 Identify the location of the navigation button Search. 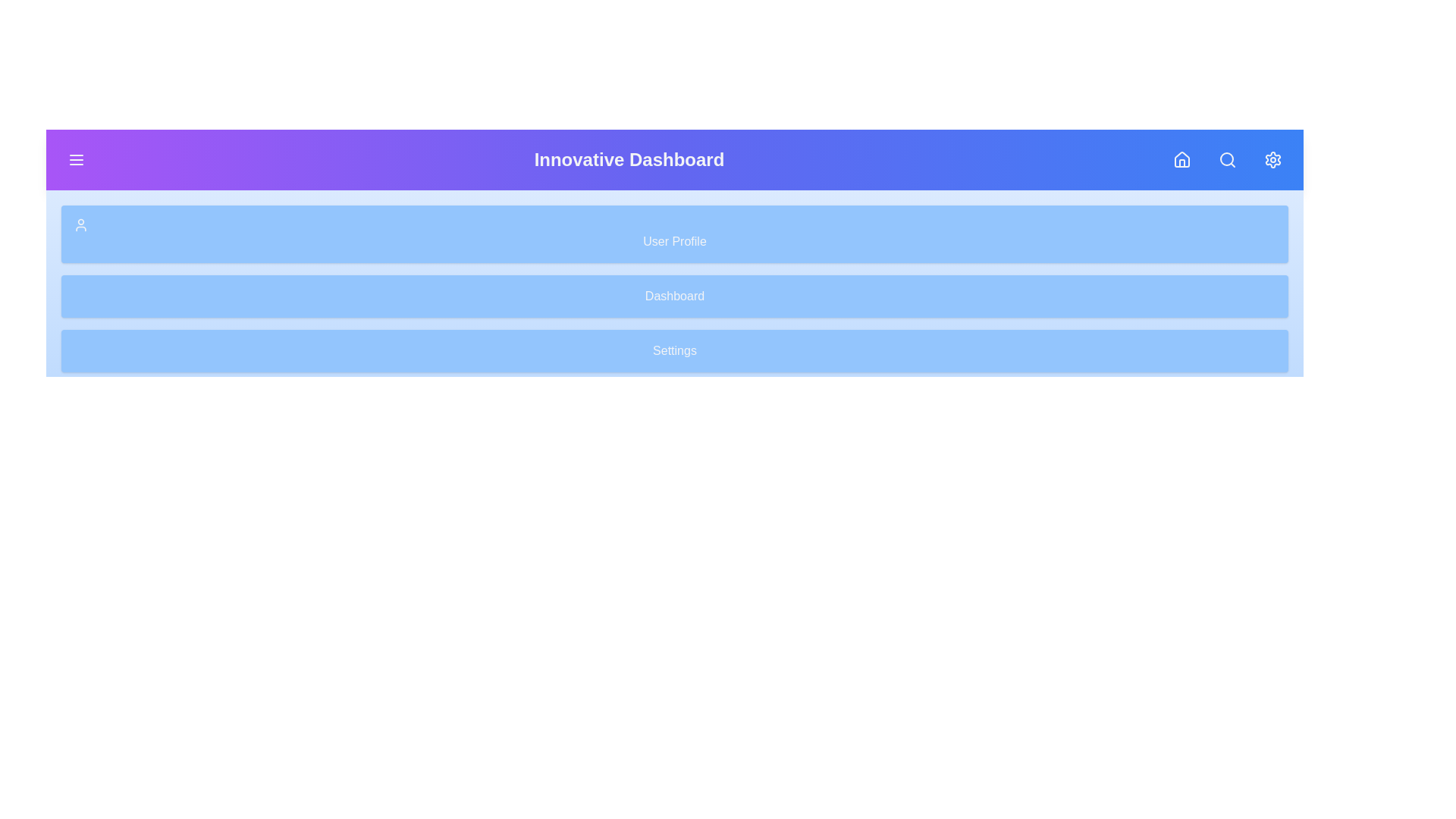
(1227, 160).